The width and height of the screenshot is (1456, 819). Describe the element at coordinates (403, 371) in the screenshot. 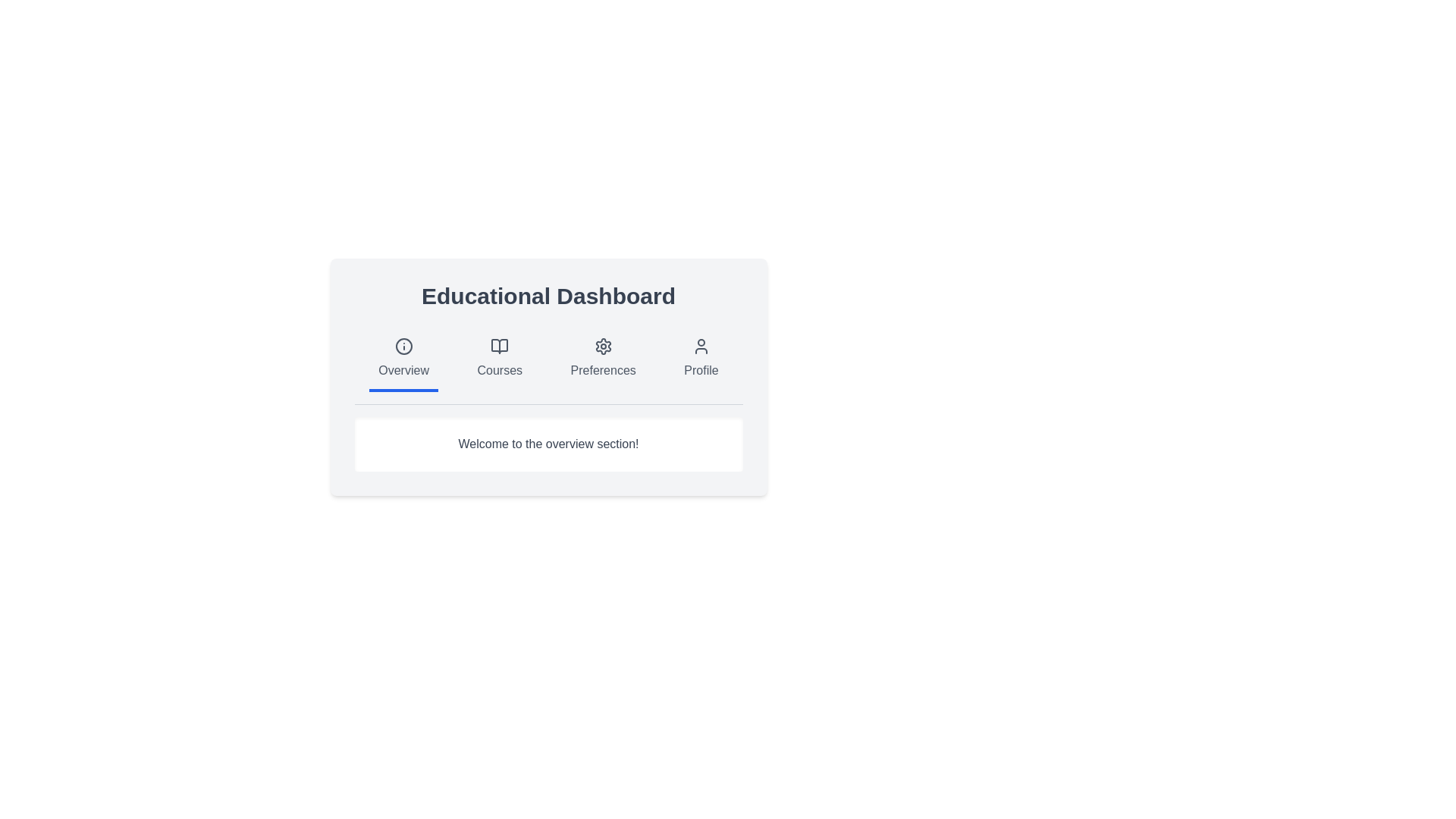

I see `text label stating 'Overview', which is styled in dark gray and located beneath the information icon in the main navigation options` at that location.